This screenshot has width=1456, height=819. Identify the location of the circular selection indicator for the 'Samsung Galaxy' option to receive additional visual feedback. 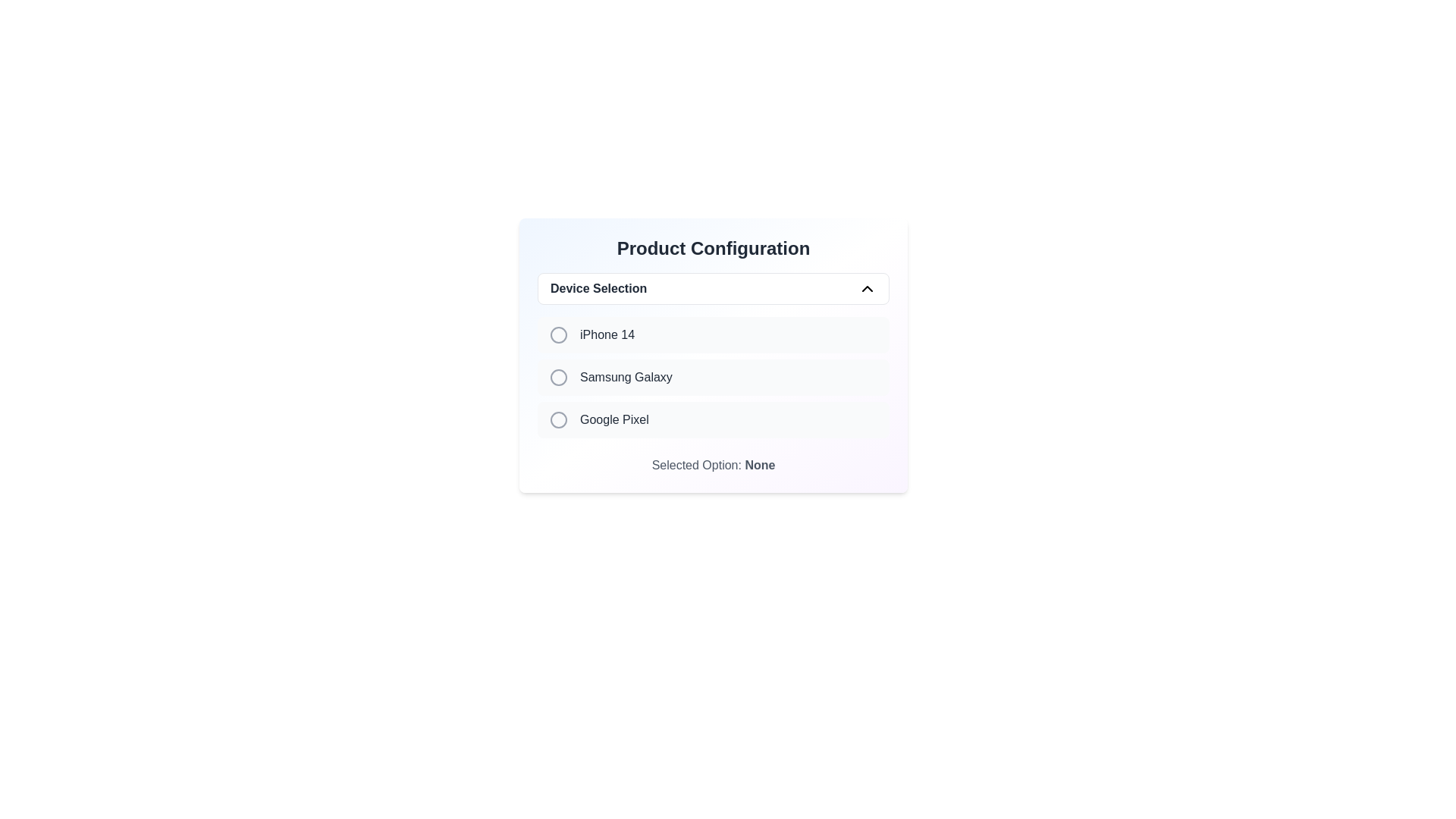
(558, 376).